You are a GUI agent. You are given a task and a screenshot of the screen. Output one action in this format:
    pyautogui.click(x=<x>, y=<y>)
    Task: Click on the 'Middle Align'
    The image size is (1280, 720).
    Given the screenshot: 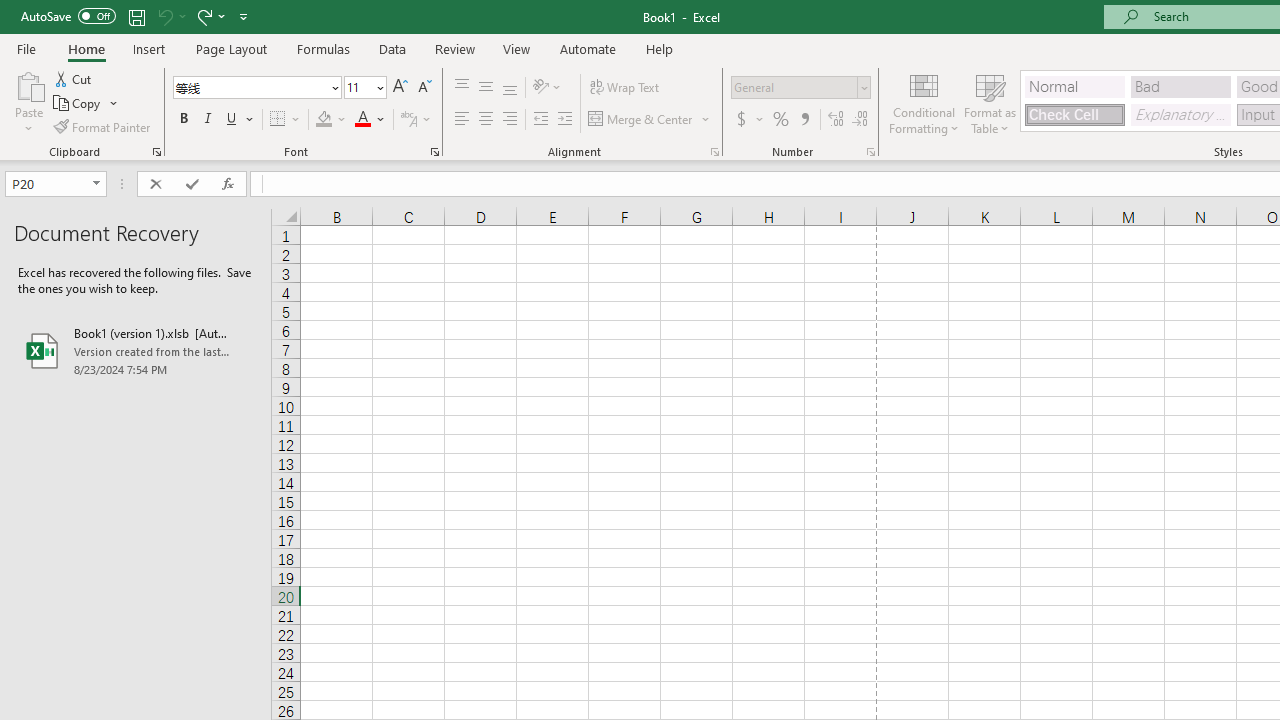 What is the action you would take?
    pyautogui.click(x=485, y=86)
    